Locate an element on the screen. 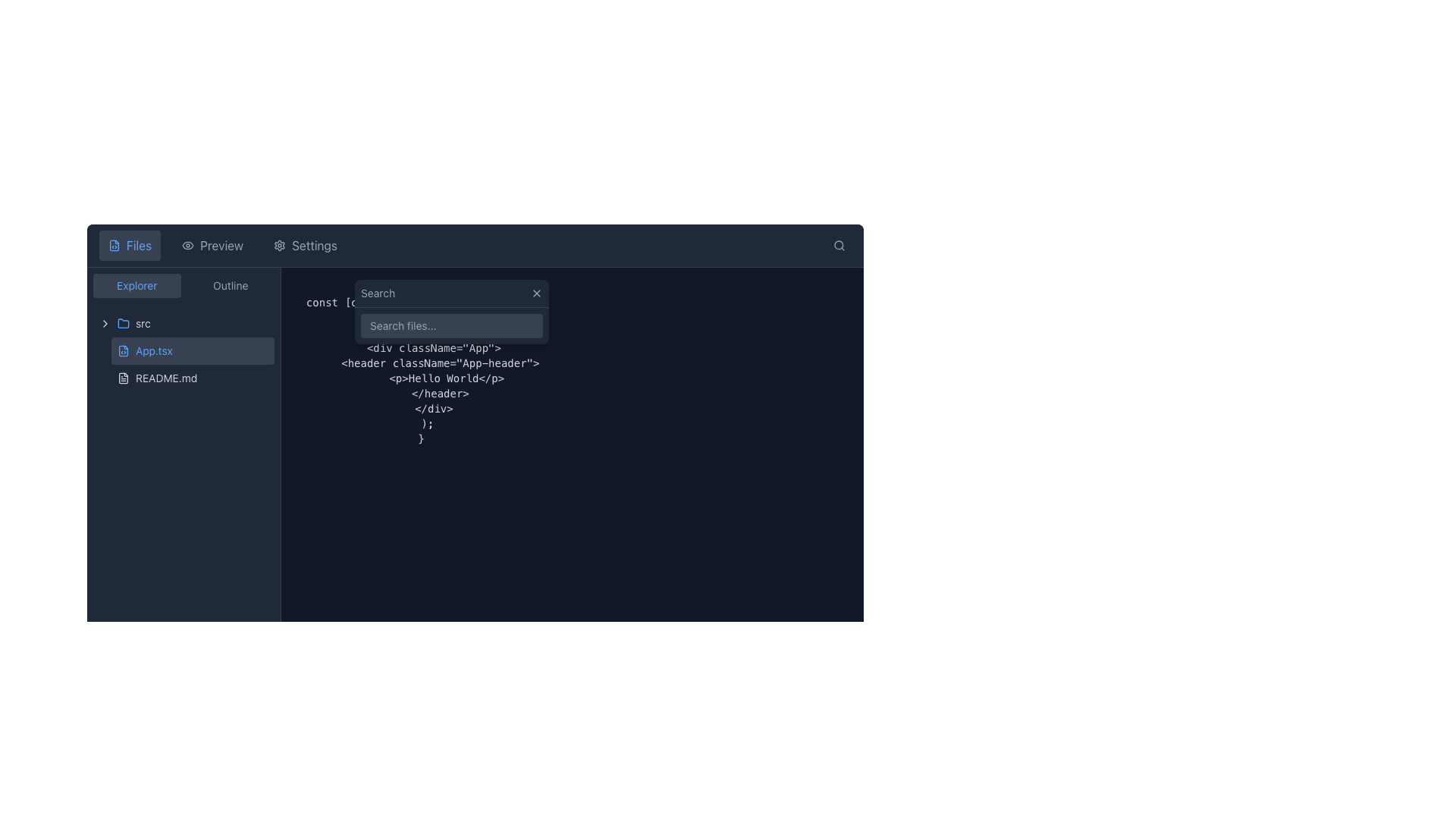 Image resolution: width=1456 pixels, height=819 pixels. the folder icon located in the file explorer, situated just above the 'App.tsx' file label is located at coordinates (124, 322).